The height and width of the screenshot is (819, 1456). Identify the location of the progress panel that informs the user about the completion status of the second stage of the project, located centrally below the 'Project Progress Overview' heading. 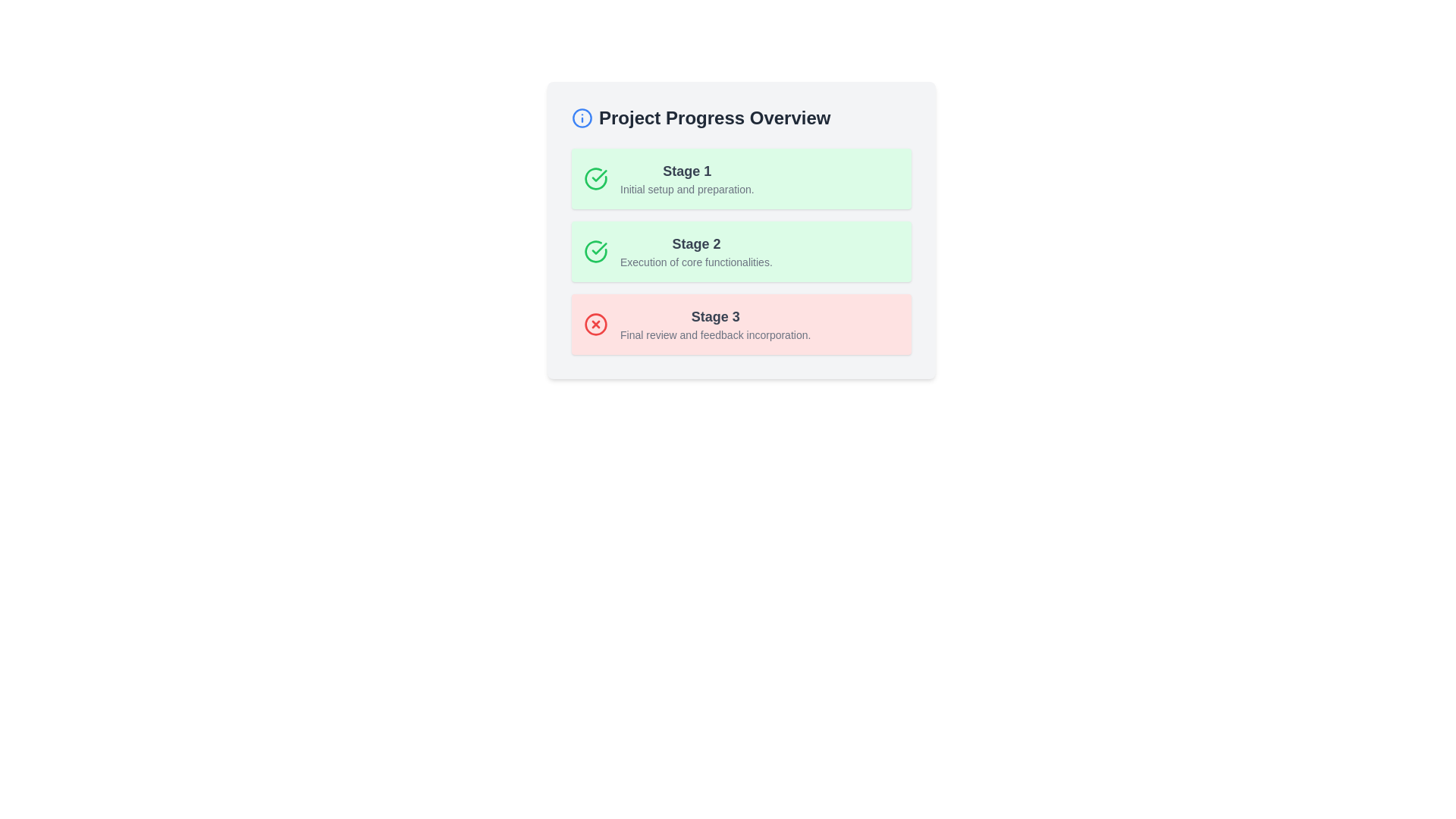
(742, 231).